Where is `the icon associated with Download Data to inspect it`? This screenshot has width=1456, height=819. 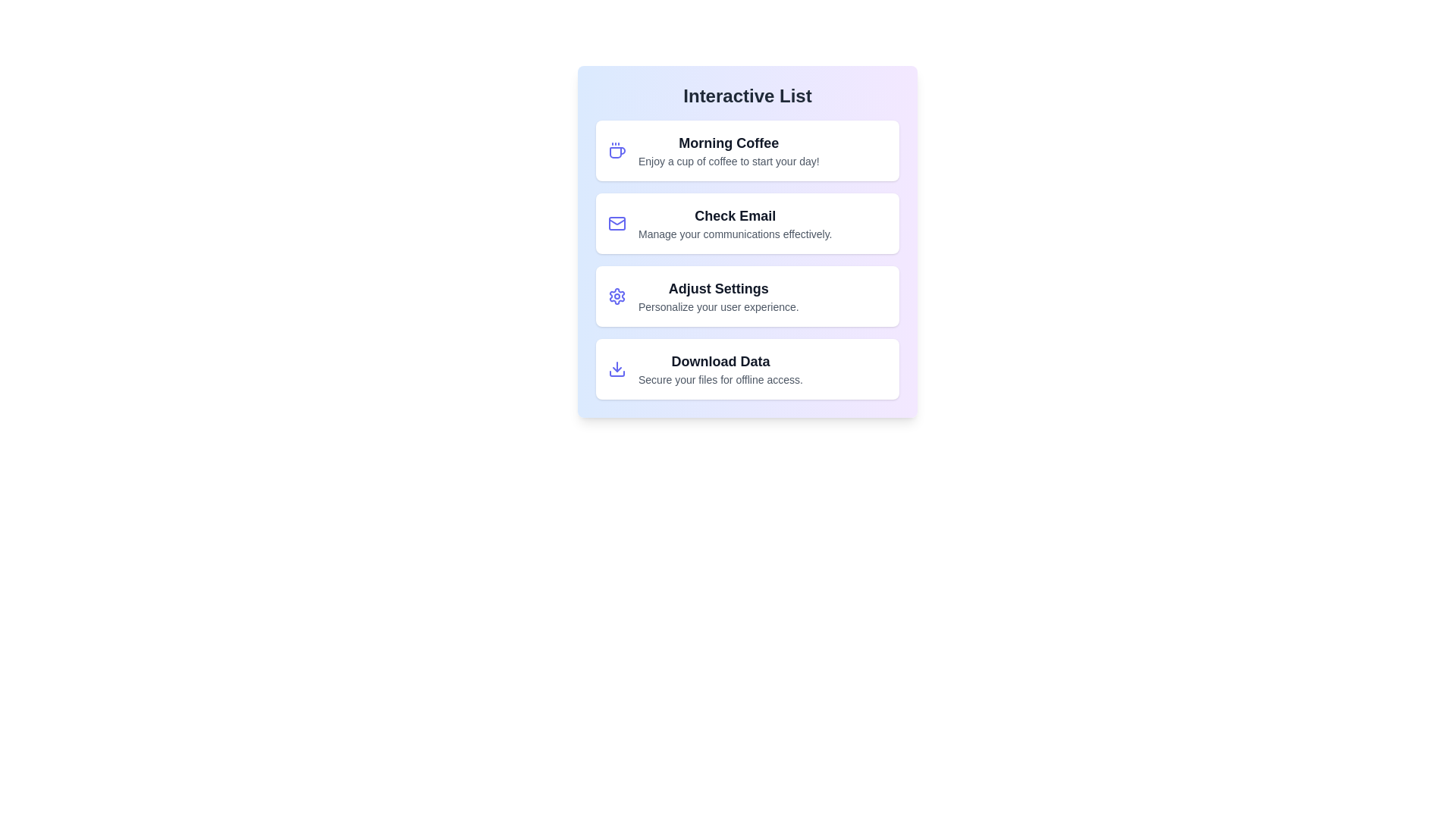 the icon associated with Download Data to inspect it is located at coordinates (617, 369).